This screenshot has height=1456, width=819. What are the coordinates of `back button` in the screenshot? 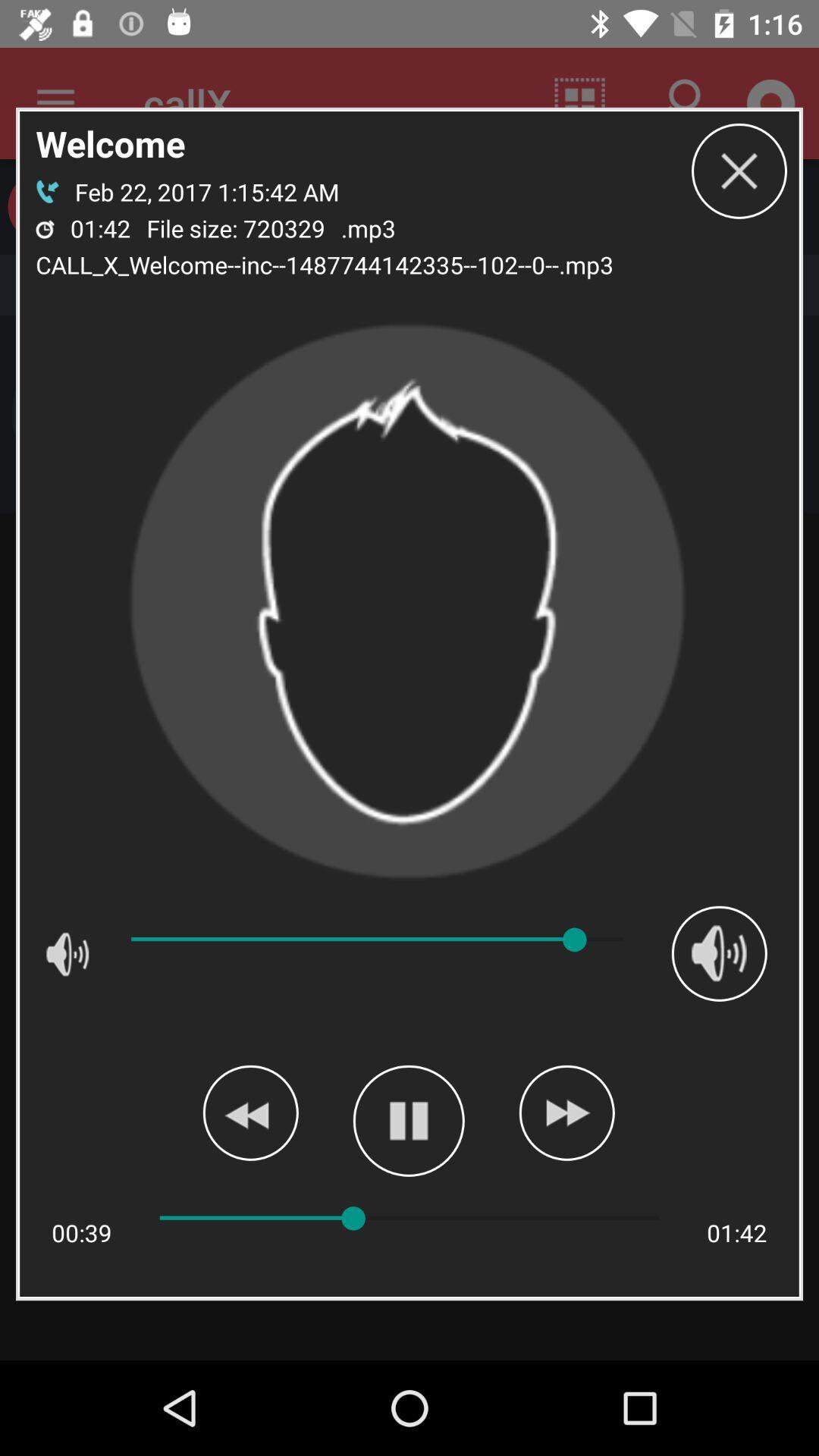 It's located at (249, 1112).